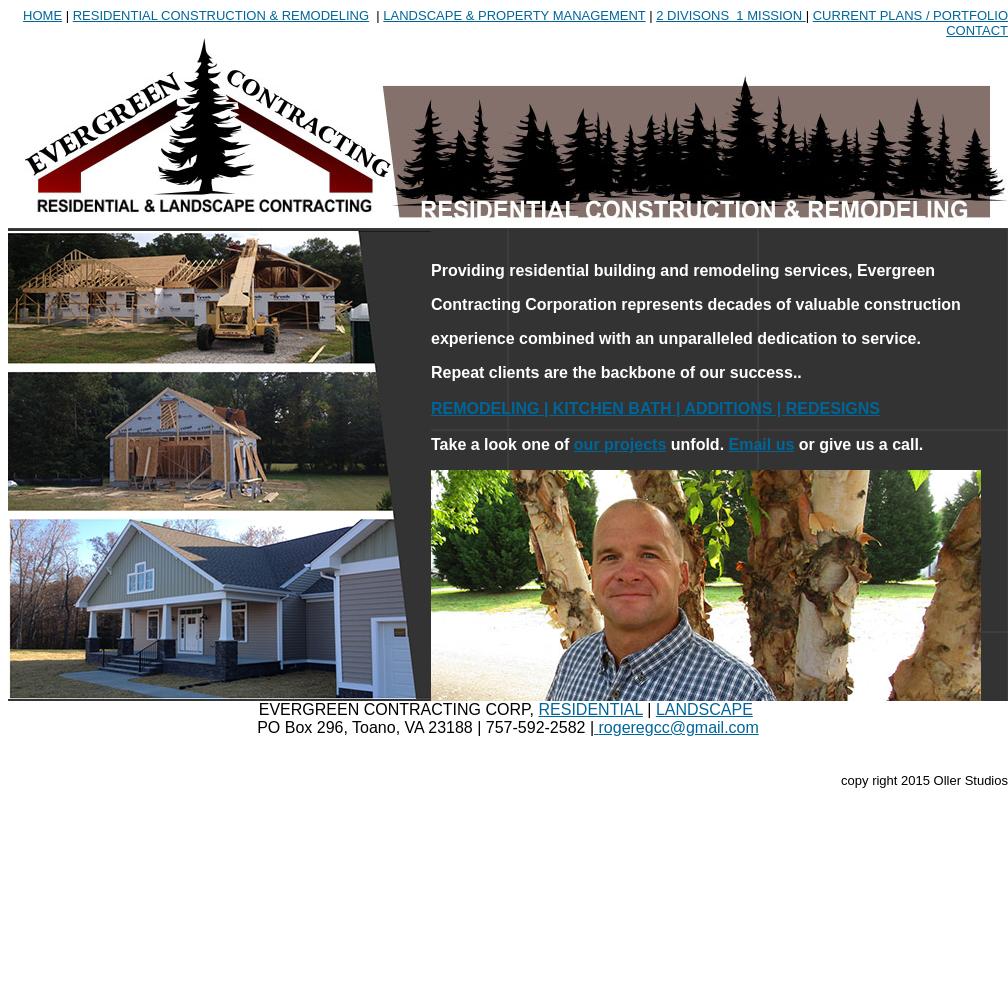 This screenshot has height=1000, width=1008. I want to click on 'or give us a call.', so click(858, 443).